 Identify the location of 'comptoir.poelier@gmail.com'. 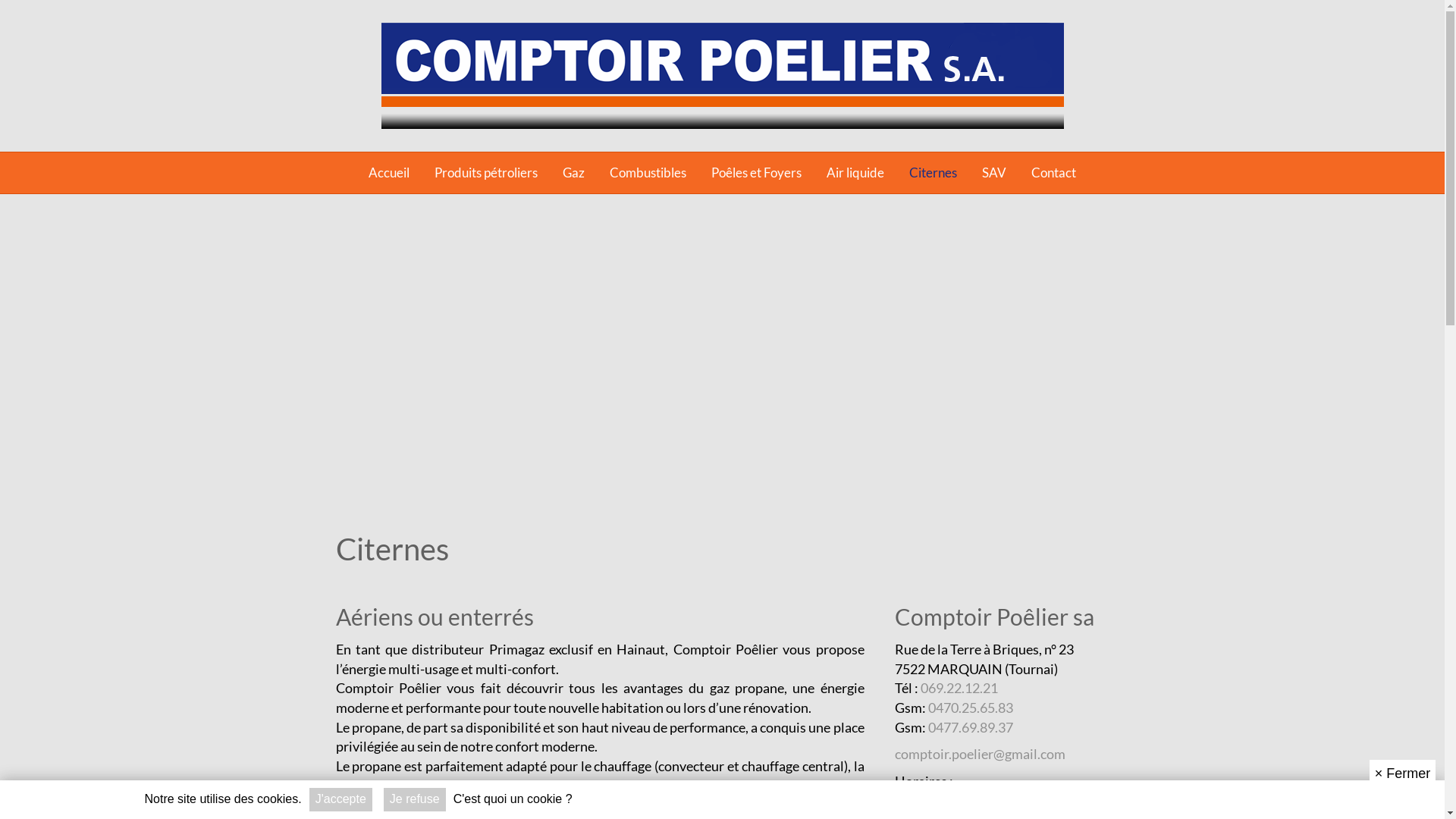
(980, 754).